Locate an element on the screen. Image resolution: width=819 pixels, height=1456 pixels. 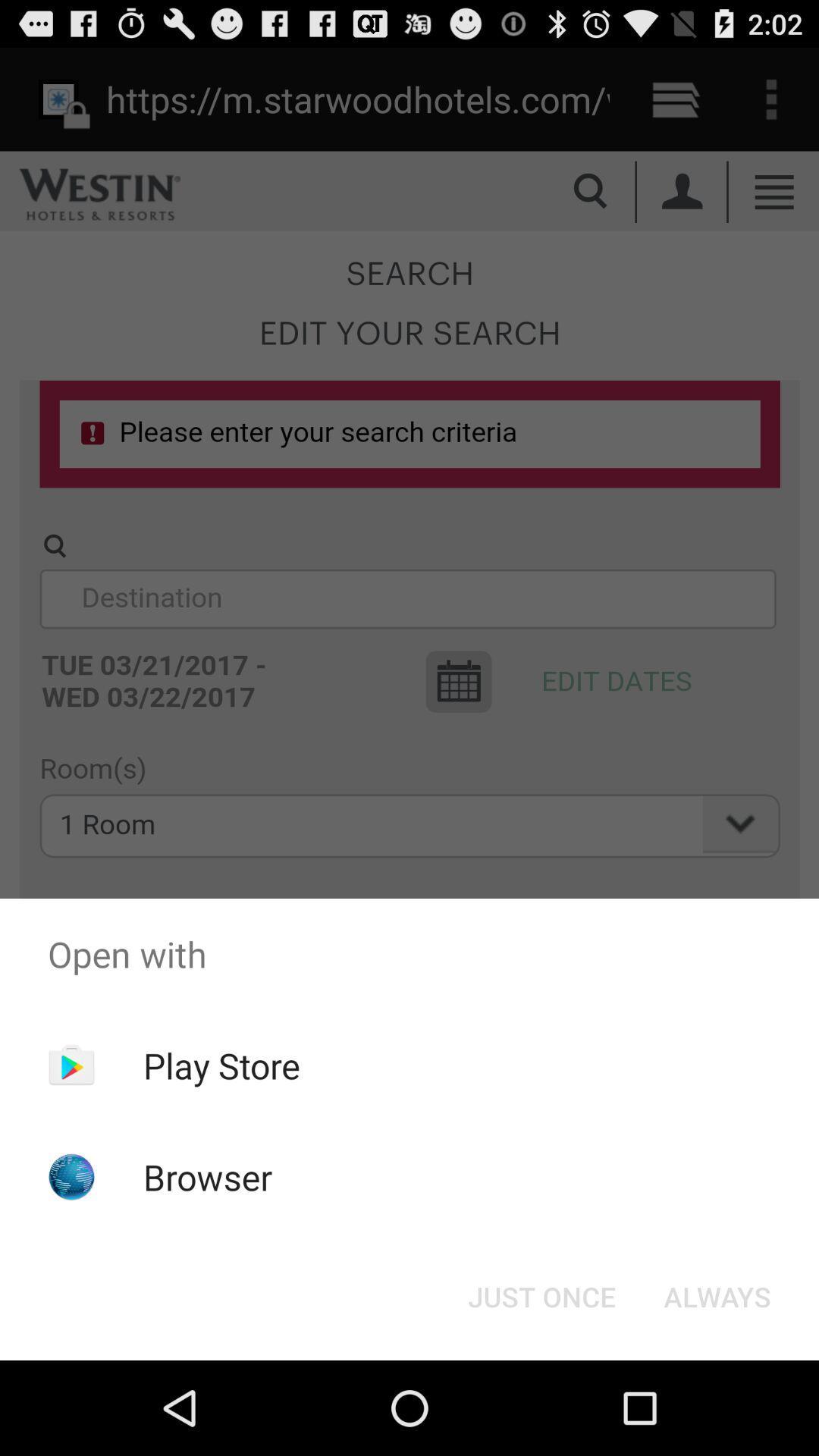
the item below open with icon is located at coordinates (541, 1295).